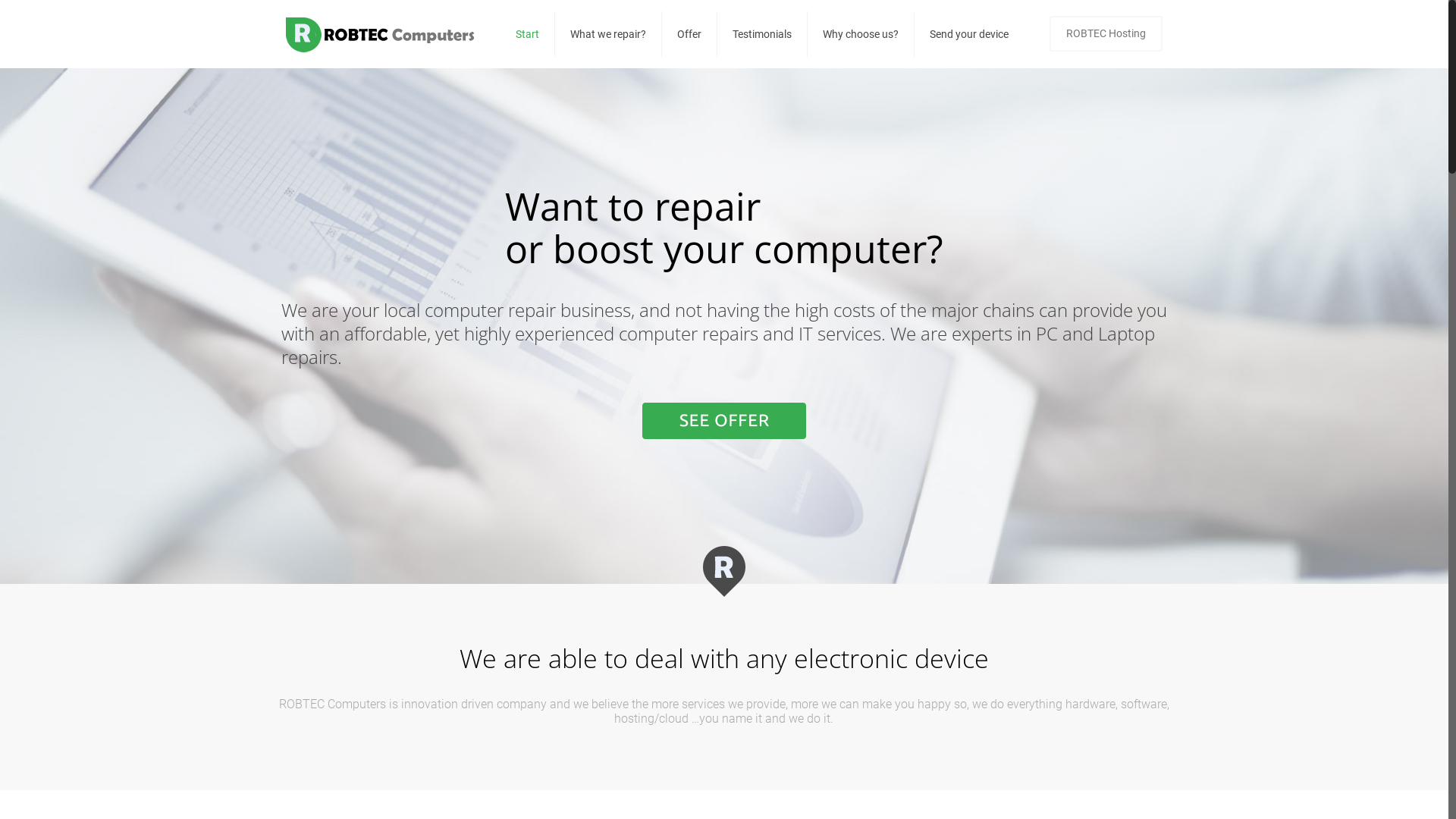 Image resolution: width=1456 pixels, height=819 pixels. What do you see at coordinates (689, 34) in the screenshot?
I see `'Offer'` at bounding box center [689, 34].